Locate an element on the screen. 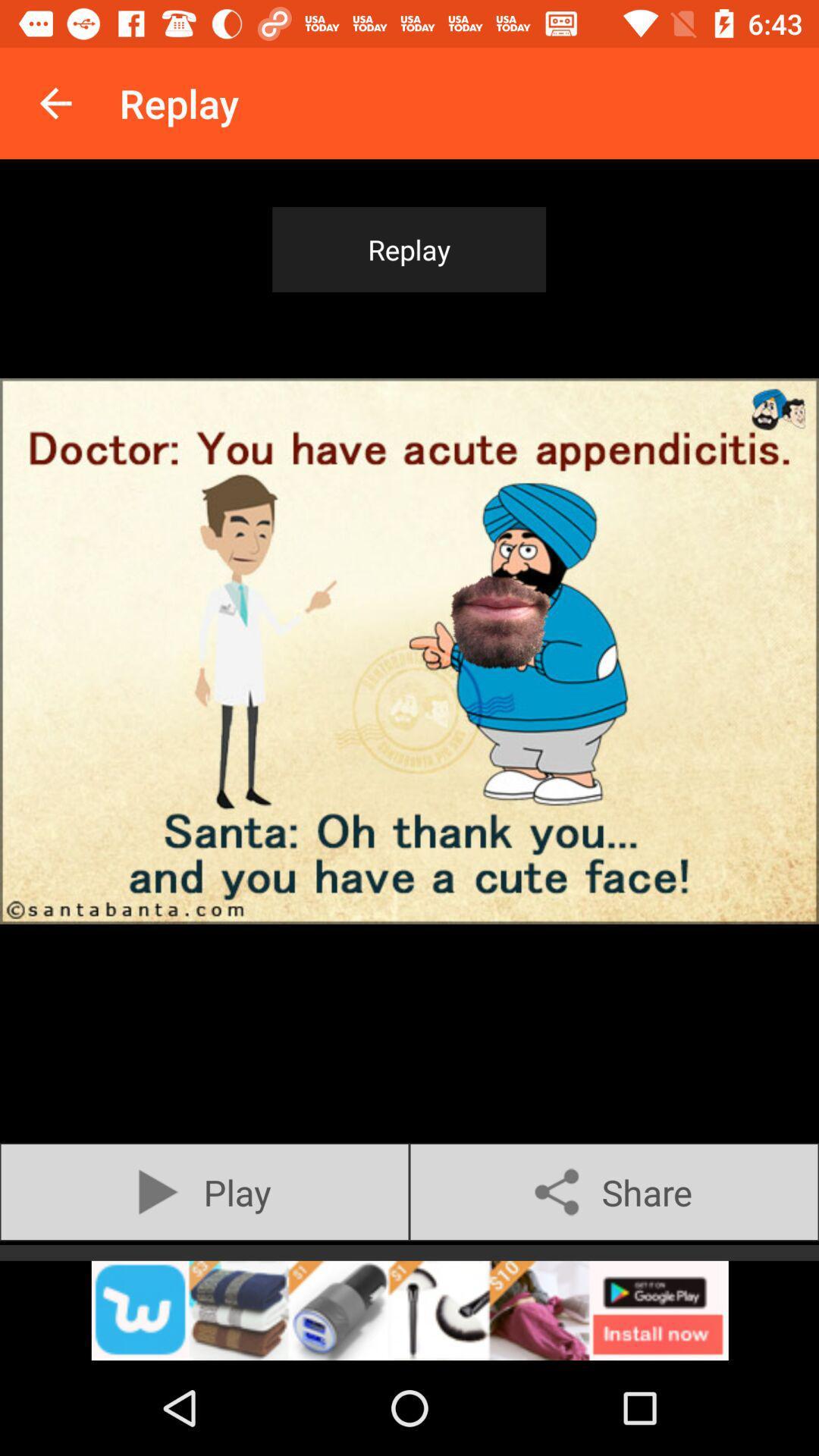 The height and width of the screenshot is (1456, 819). open advertisement is located at coordinates (409, 1310).